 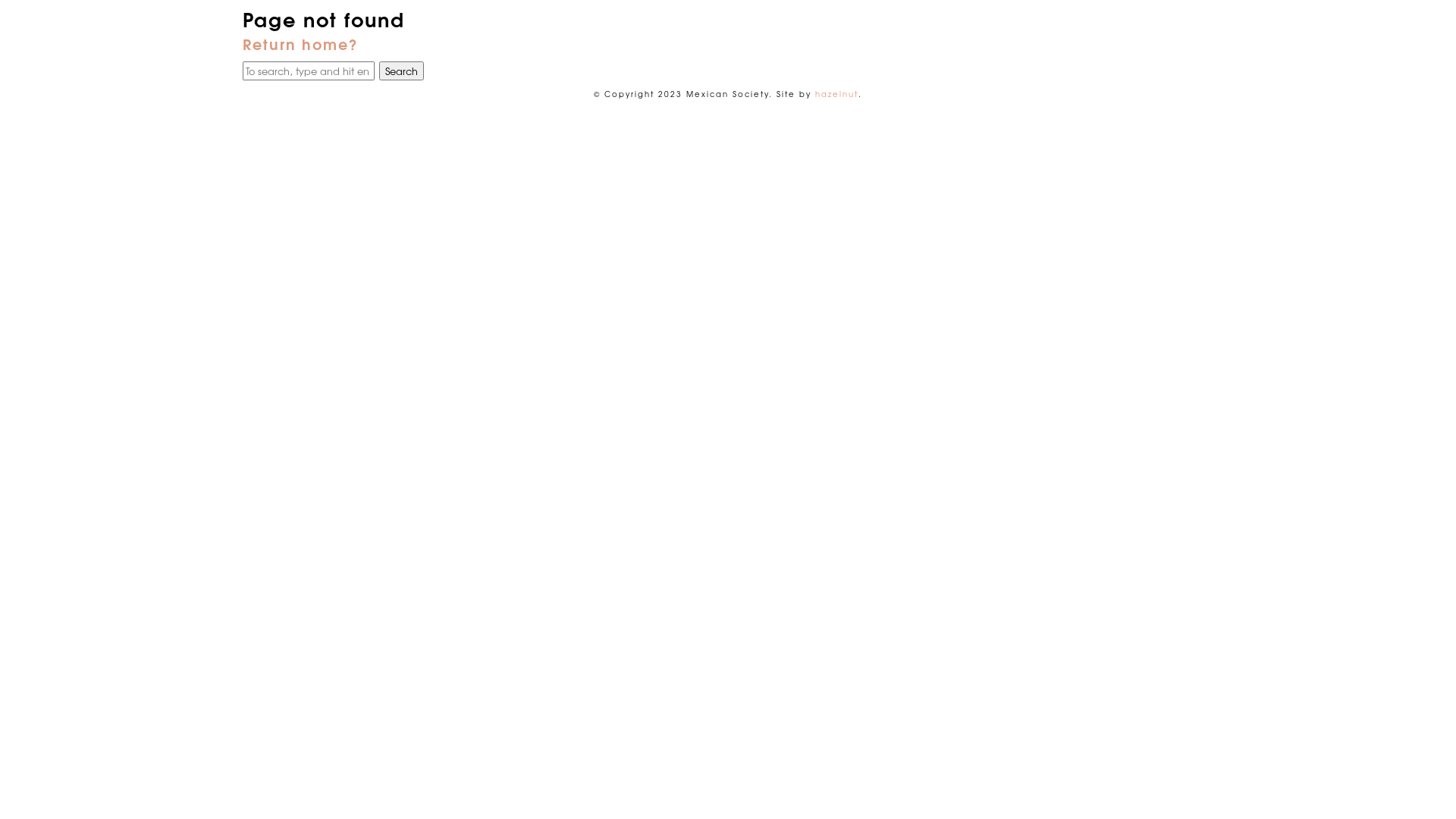 I want to click on 'Return home?', so click(x=300, y=42).